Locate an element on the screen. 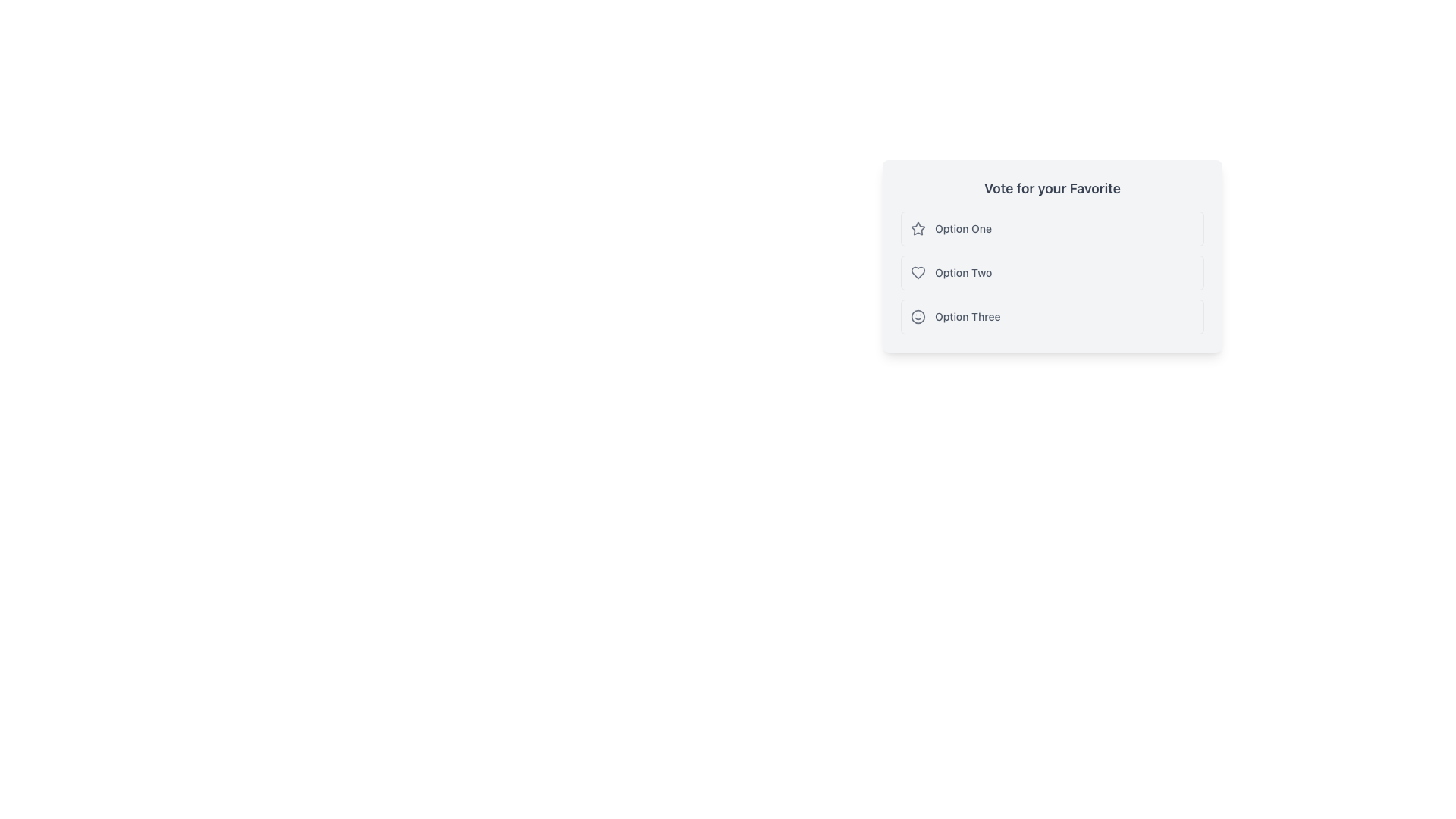  the uninteractive entry labeled 'Option Three' in the voting list, which is the last option located at the bottom of the list is located at coordinates (1051, 315).